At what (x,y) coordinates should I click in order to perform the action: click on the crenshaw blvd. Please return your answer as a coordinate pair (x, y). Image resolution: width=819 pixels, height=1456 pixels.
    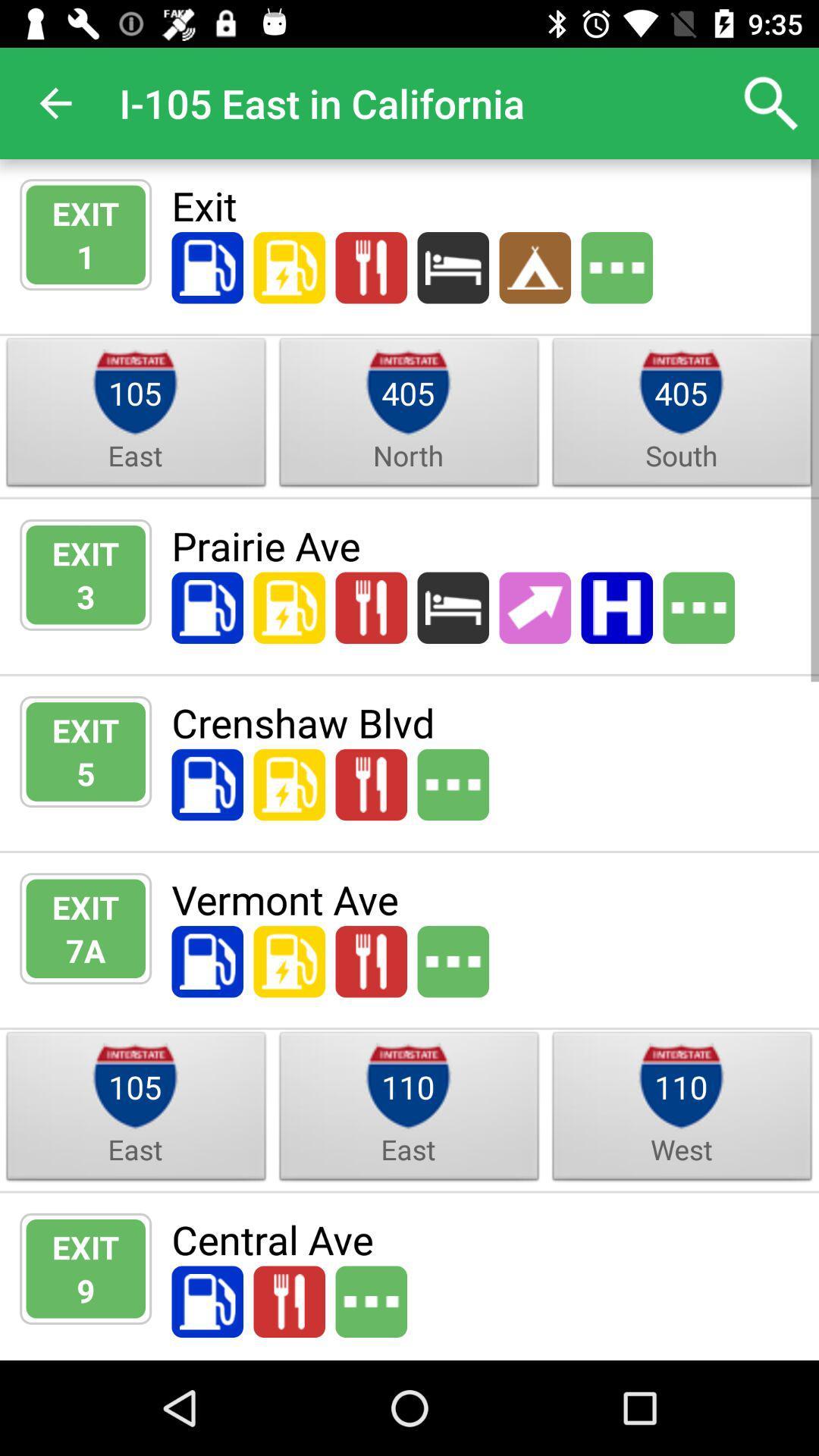
    Looking at the image, I should click on (485, 721).